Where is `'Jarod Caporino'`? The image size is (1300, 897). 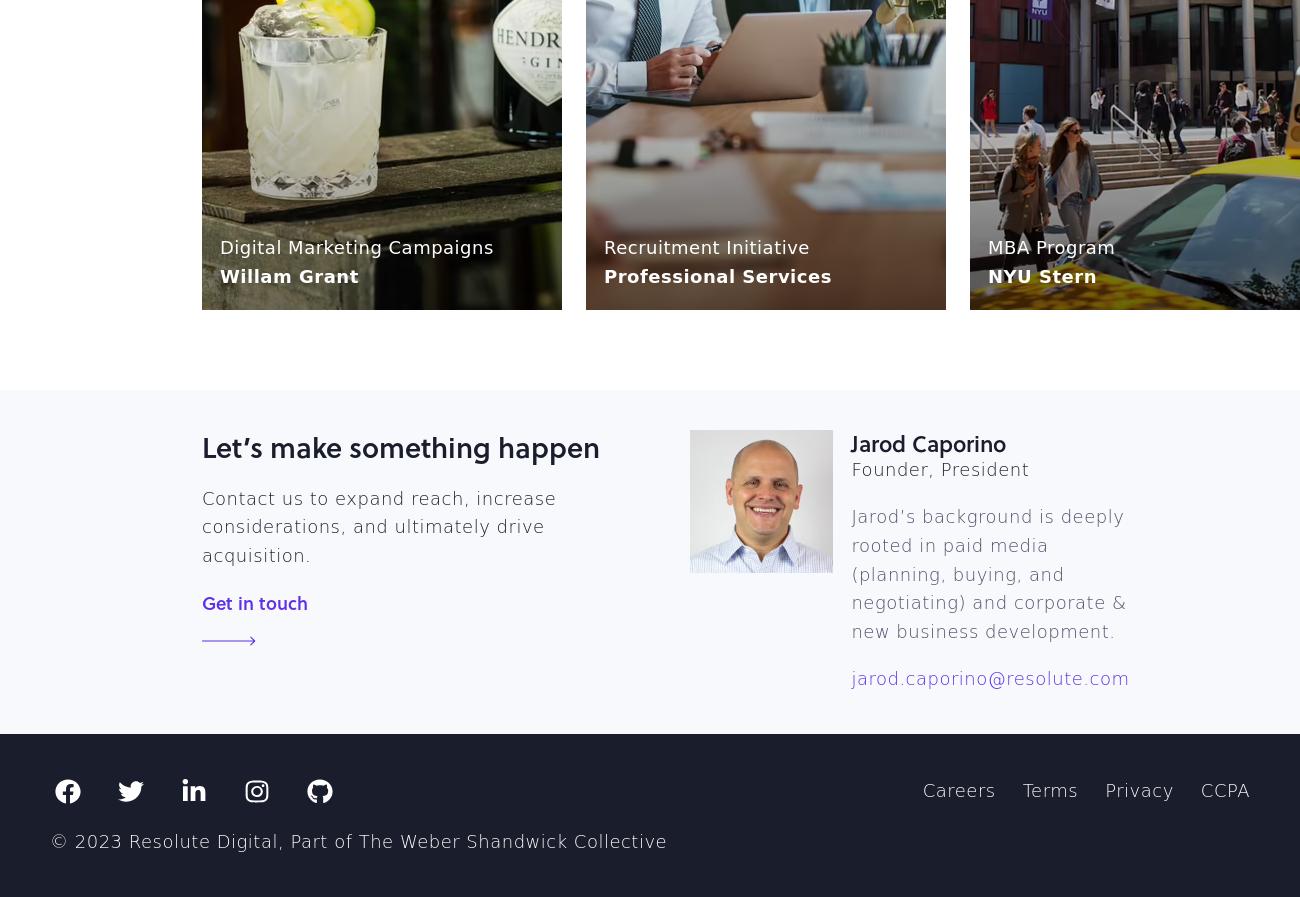 'Jarod Caporino' is located at coordinates (928, 441).